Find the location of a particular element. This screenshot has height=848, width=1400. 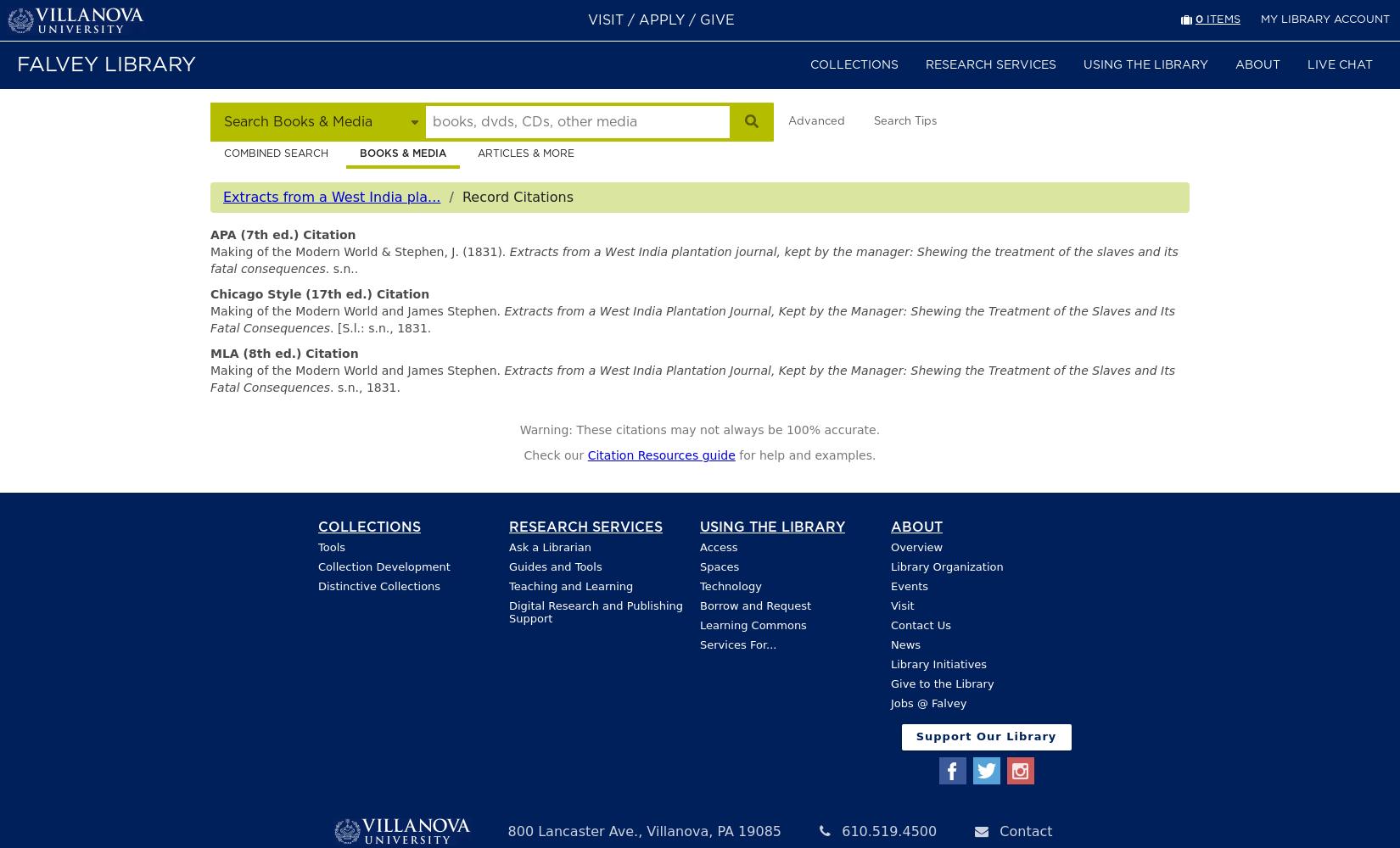

'Making of the Modern World & Stephen, J. (1831).' is located at coordinates (210, 251).